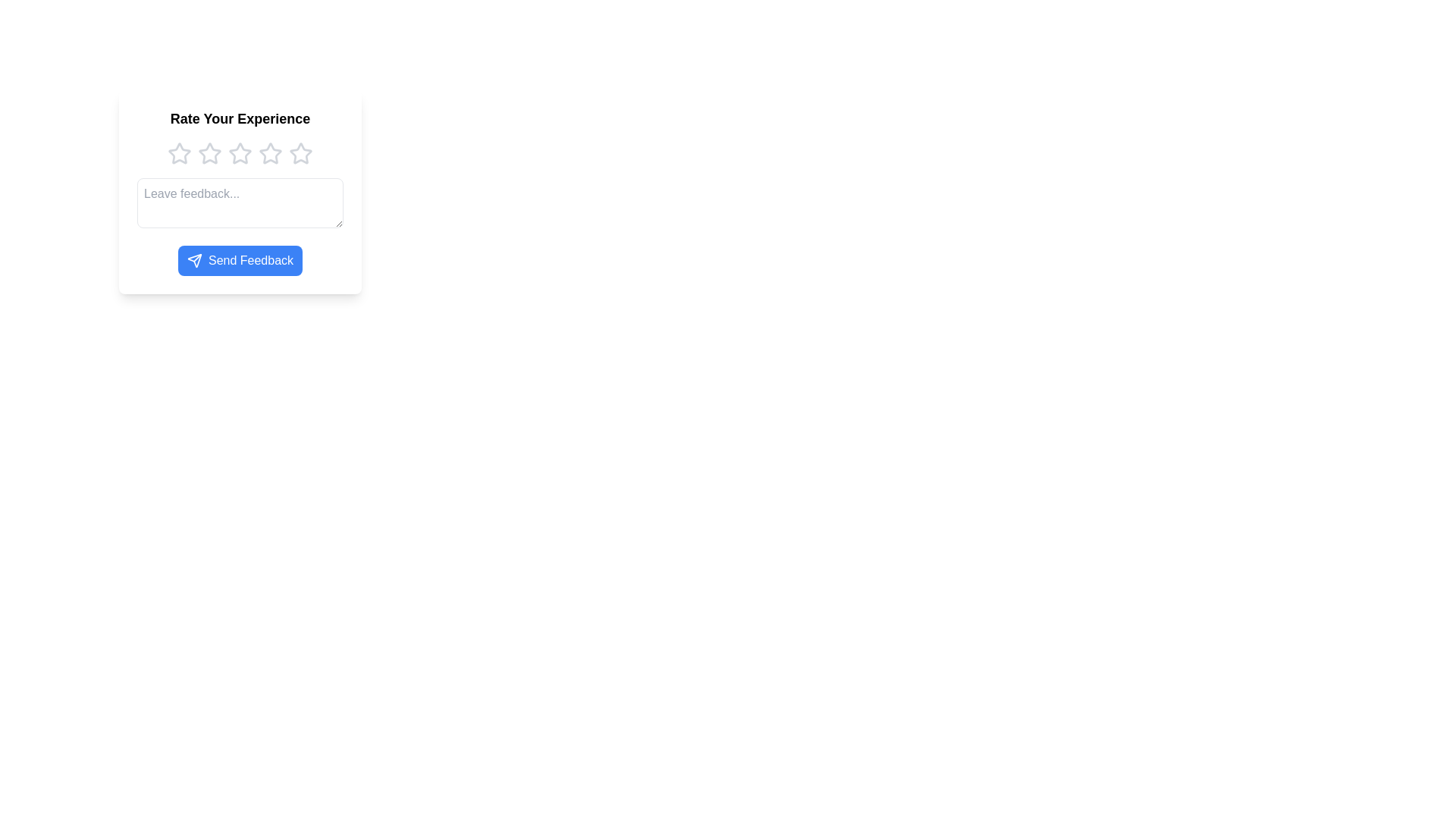 This screenshot has height=819, width=1456. What do you see at coordinates (209, 153) in the screenshot?
I see `the second interactive star icon in the rating widget` at bounding box center [209, 153].